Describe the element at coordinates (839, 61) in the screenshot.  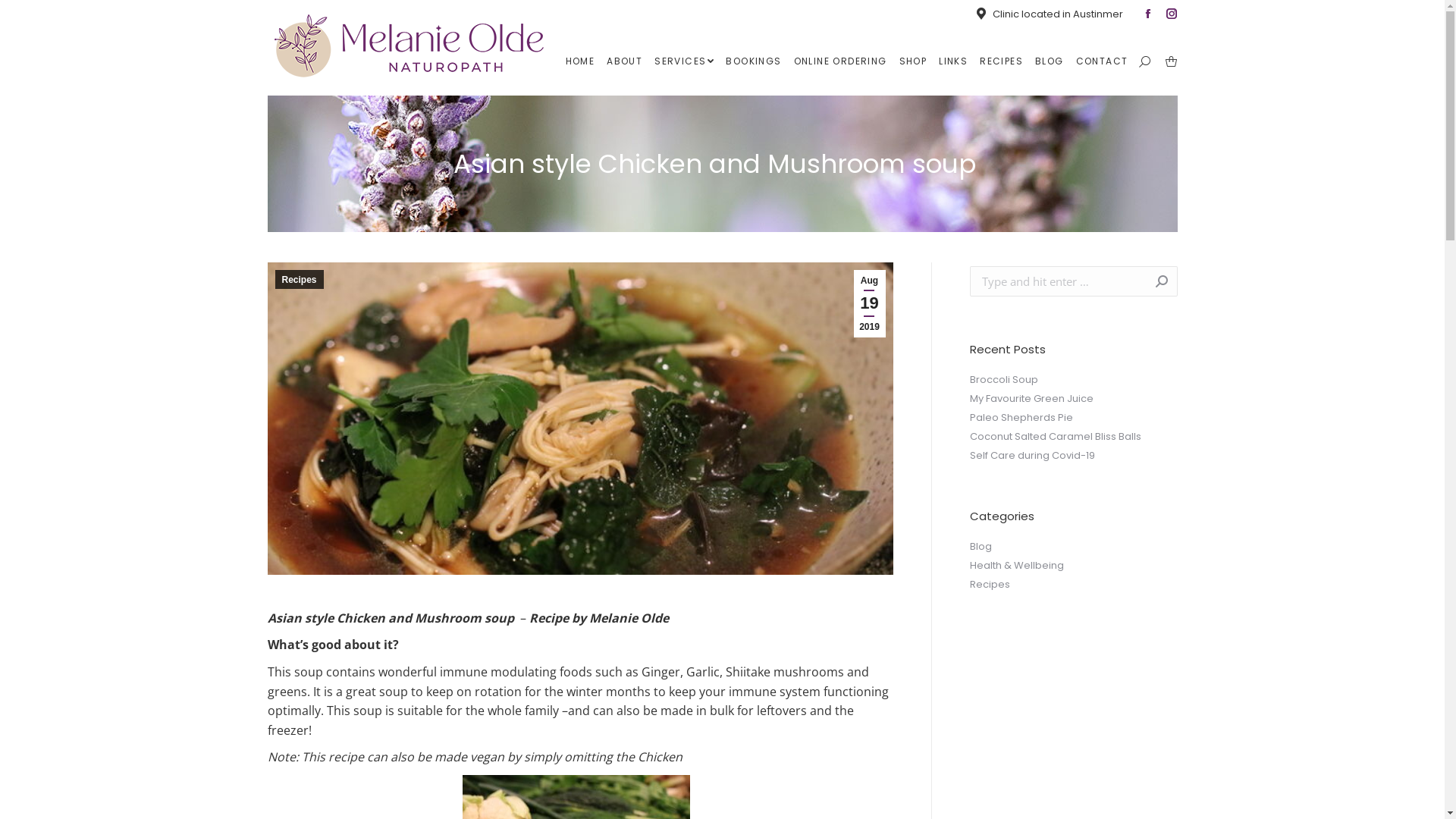
I see `'ONLINE ORDERING'` at that location.